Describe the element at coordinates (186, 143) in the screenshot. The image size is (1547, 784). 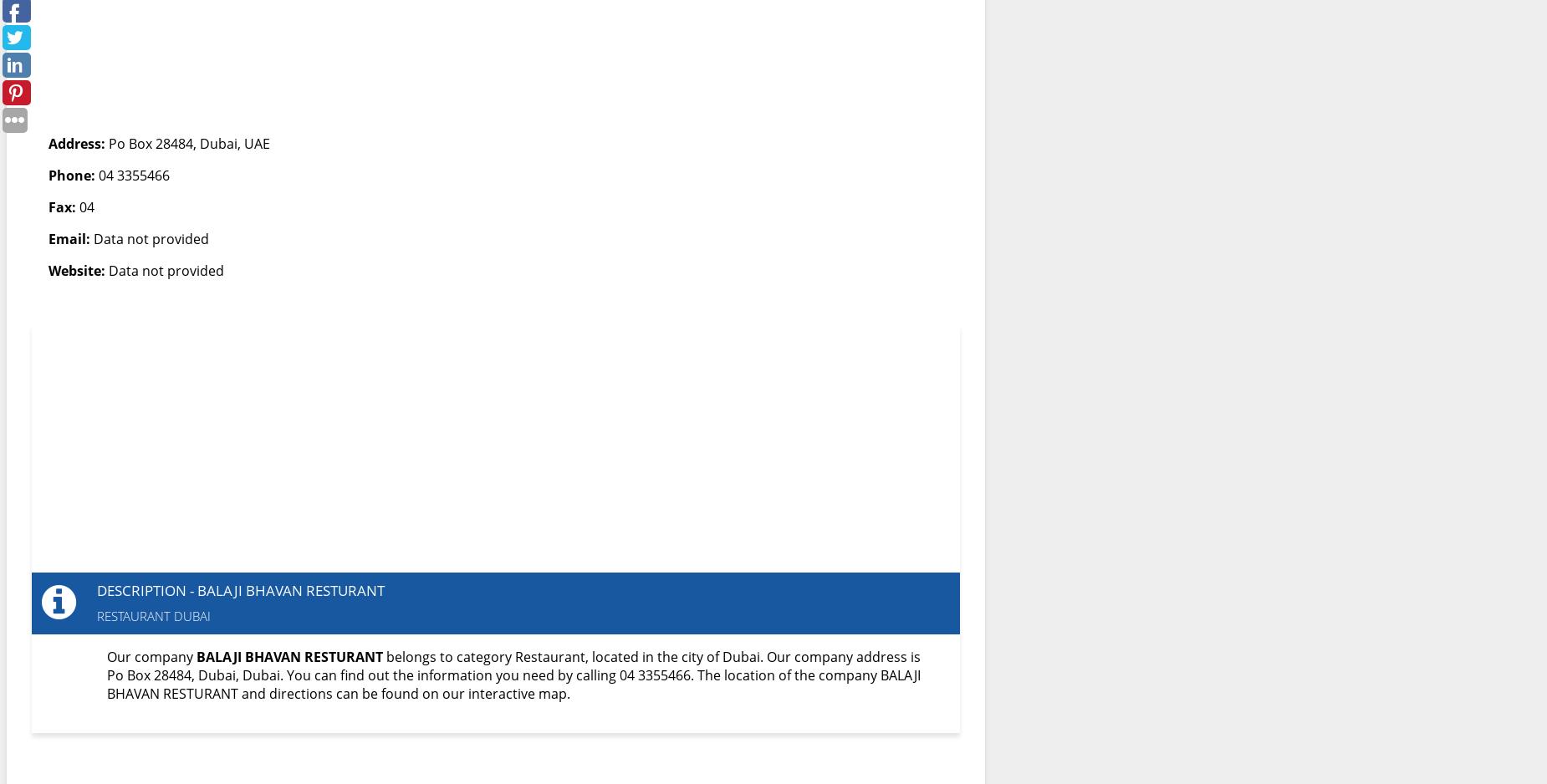
I see `'Po Box 28484, Dubai, UAE'` at that location.